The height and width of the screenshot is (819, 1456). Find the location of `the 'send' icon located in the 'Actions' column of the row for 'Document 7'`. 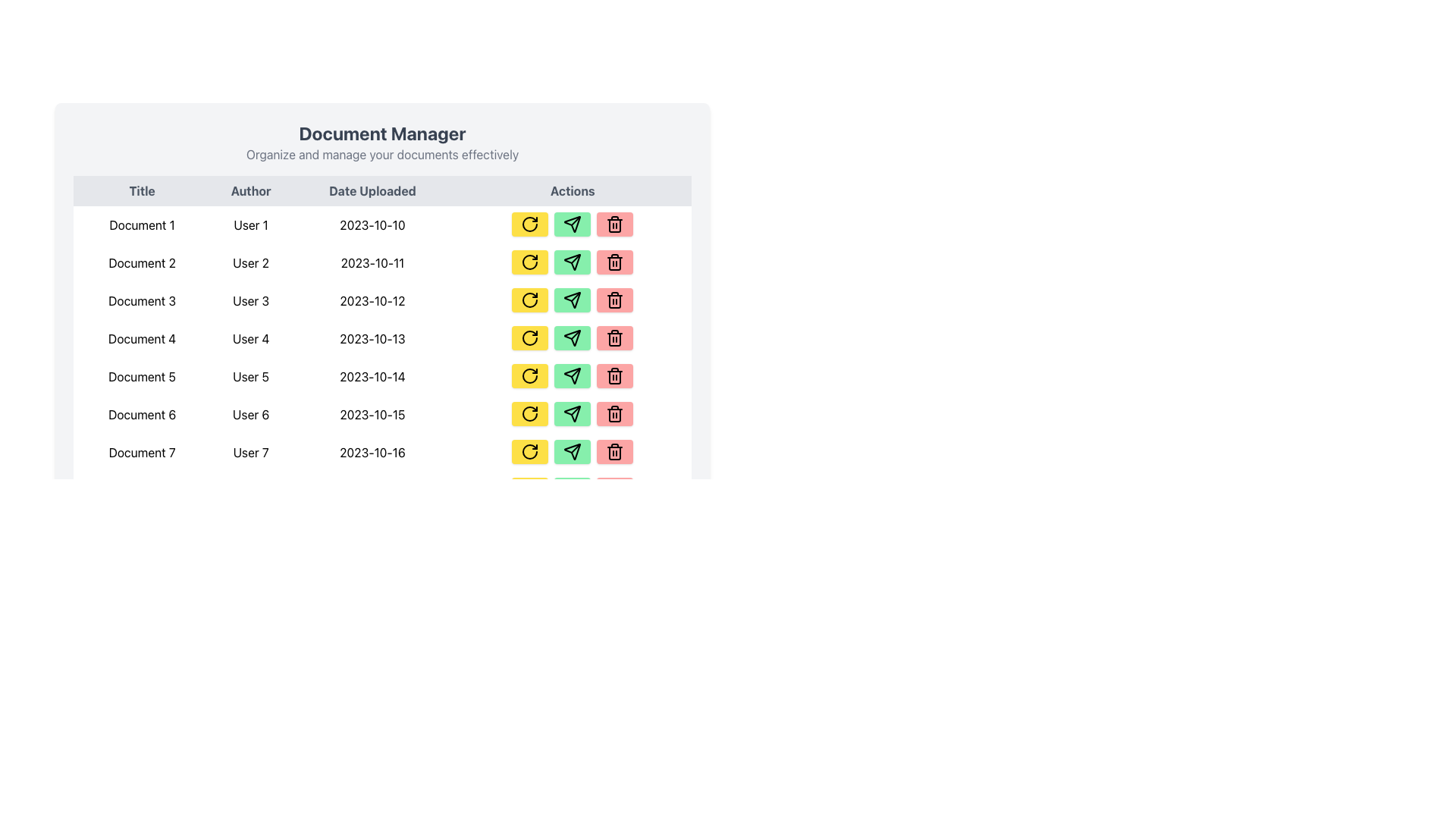

the 'send' icon located in the 'Actions' column of the row for 'Document 7' is located at coordinates (572, 451).